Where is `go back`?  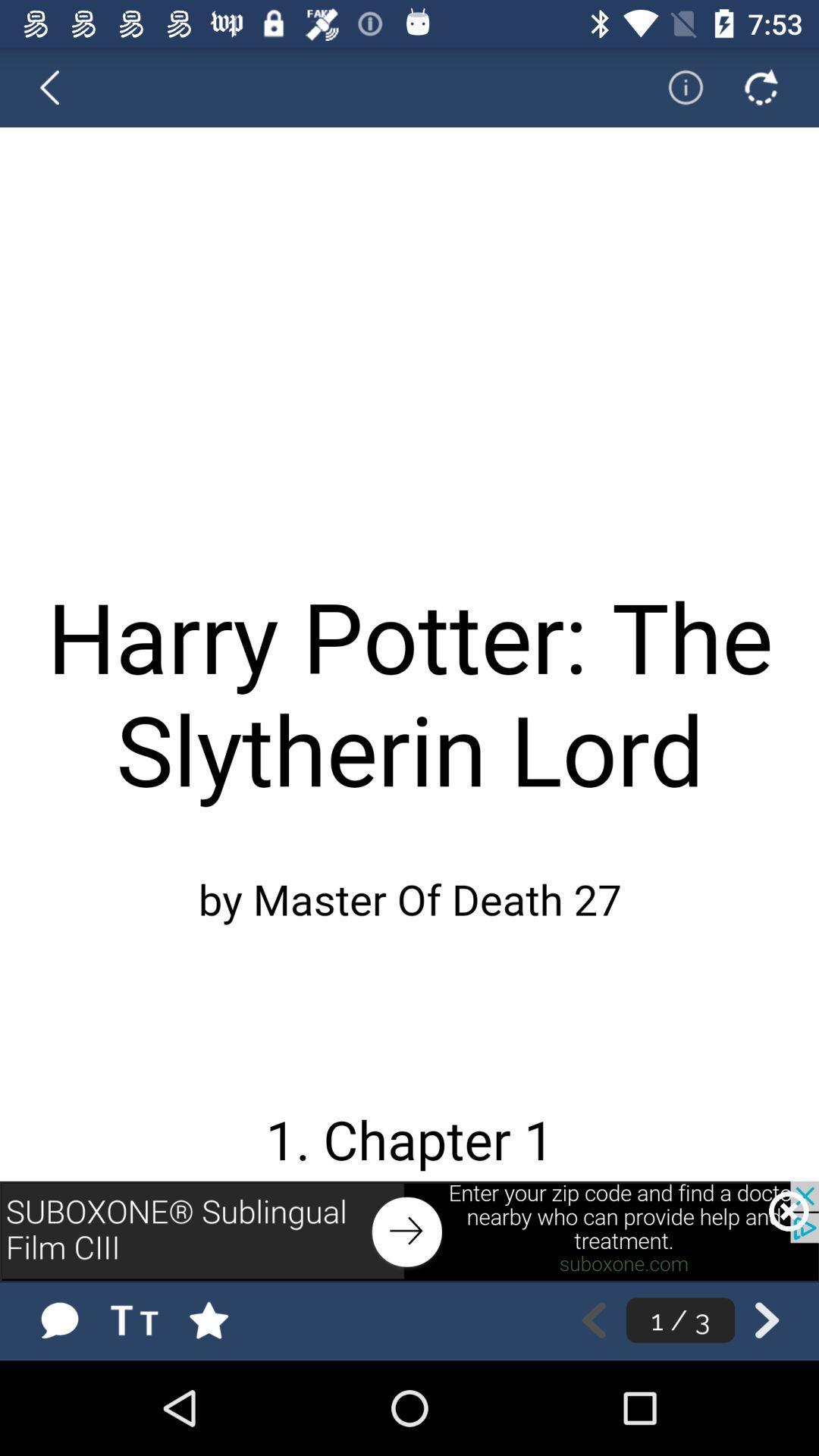 go back is located at coordinates (593, 1319).